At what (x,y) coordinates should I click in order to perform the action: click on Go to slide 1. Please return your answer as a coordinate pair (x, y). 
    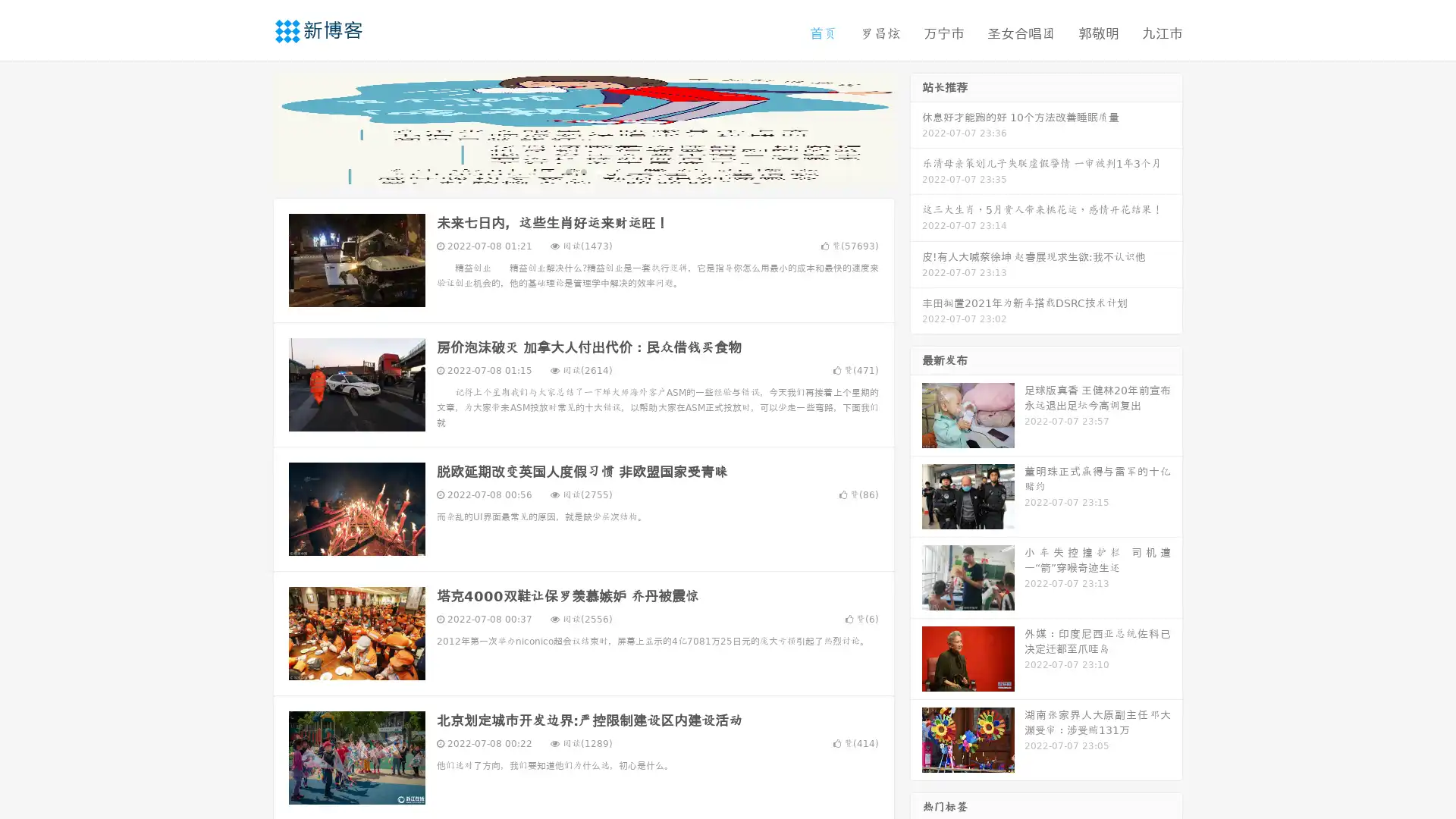
    Looking at the image, I should click on (567, 171).